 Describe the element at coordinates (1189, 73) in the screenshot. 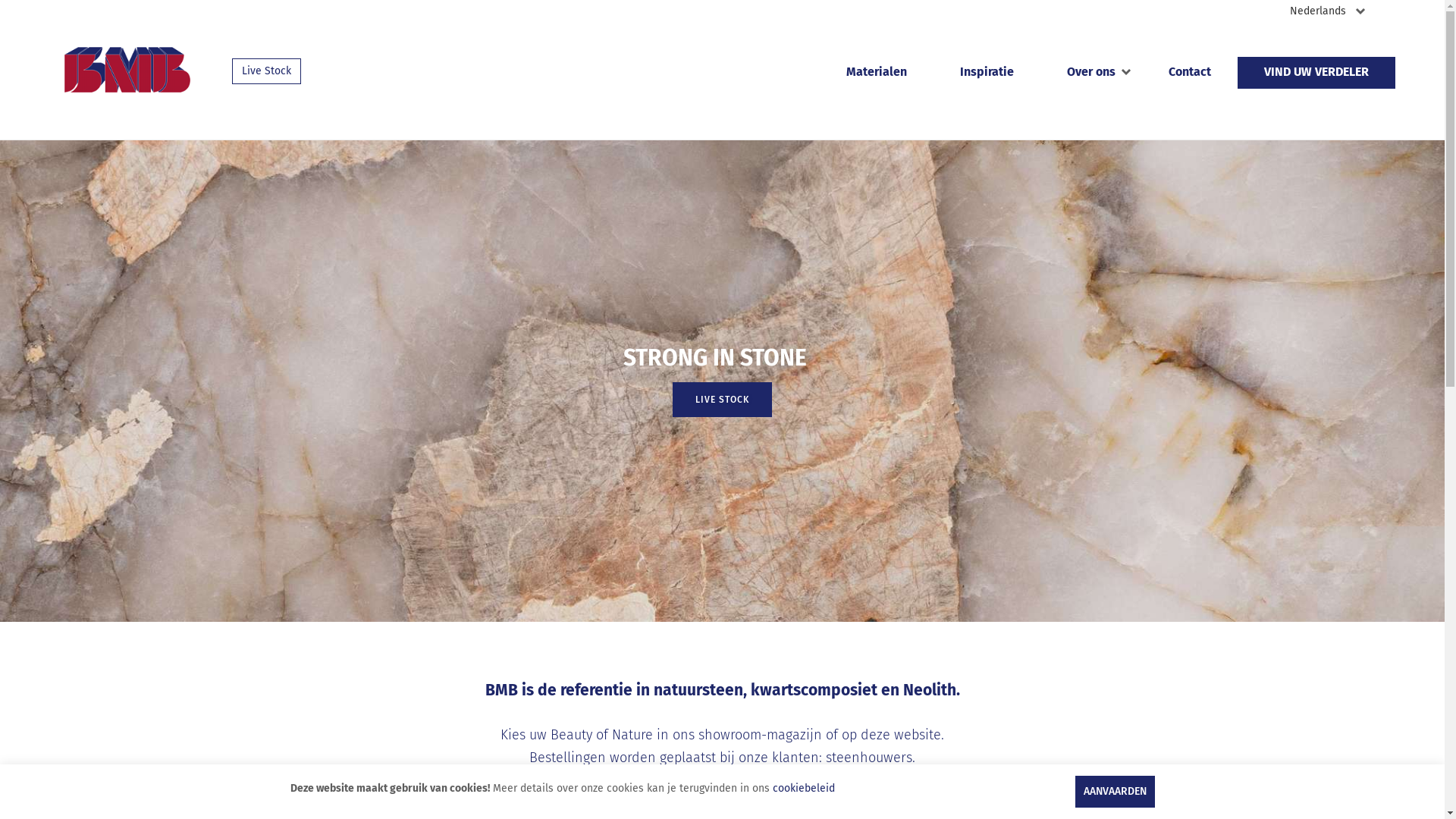

I see `'Contact'` at that location.